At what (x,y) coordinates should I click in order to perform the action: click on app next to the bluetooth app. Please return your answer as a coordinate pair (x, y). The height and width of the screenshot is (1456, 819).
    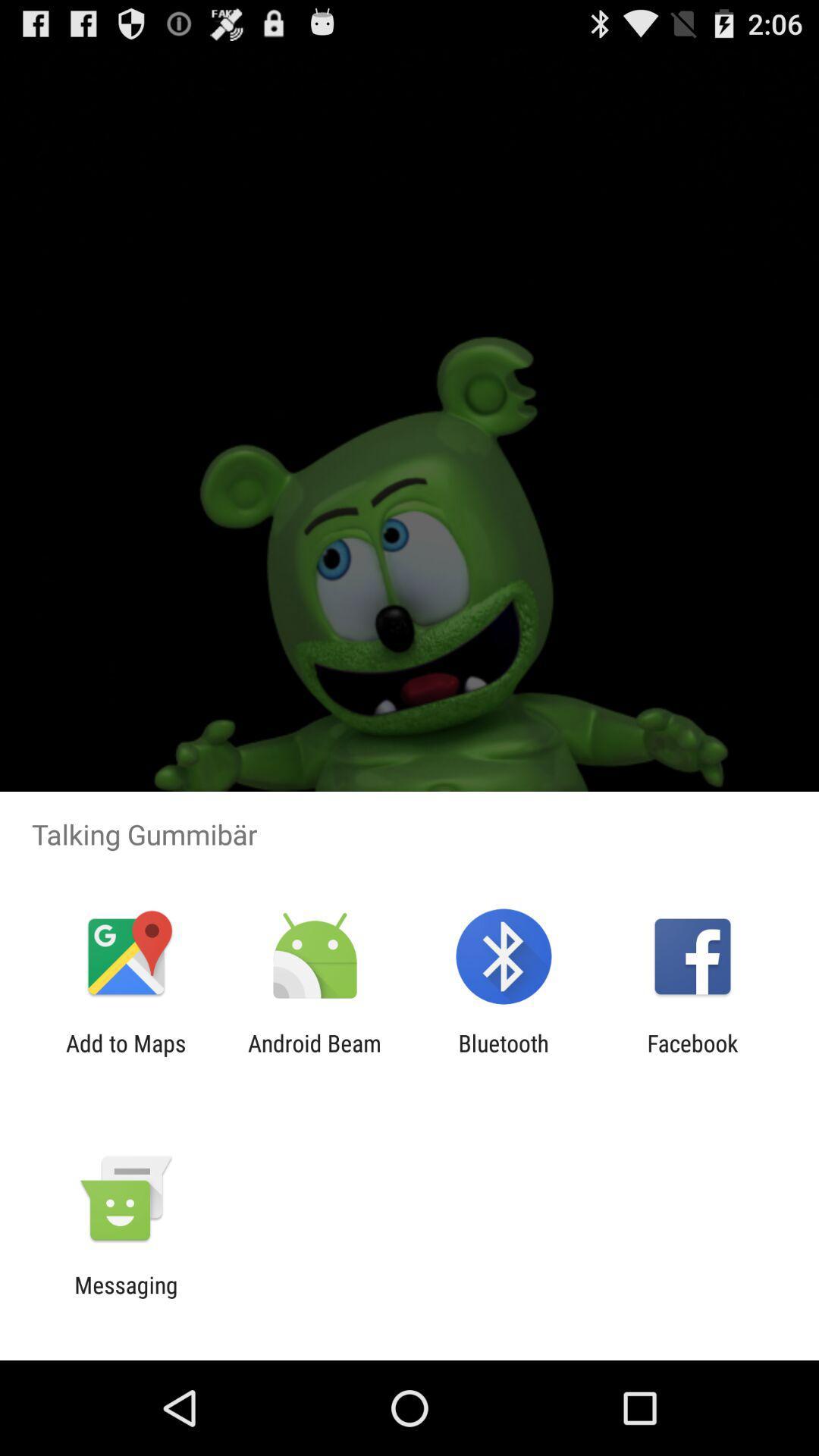
    Looking at the image, I should click on (314, 1056).